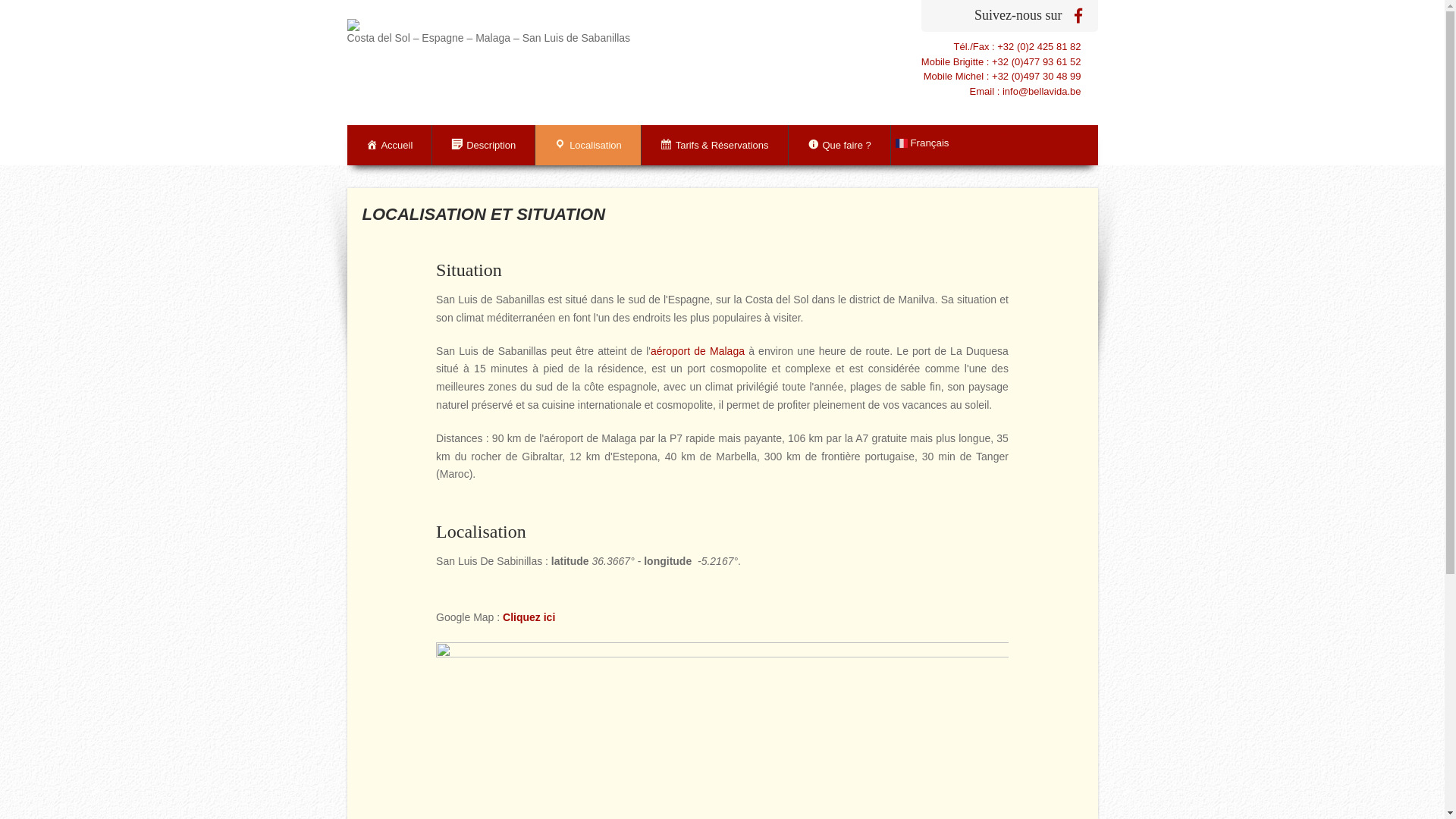 This screenshot has width=1456, height=819. Describe the element at coordinates (483, 145) in the screenshot. I see `'Description'` at that location.